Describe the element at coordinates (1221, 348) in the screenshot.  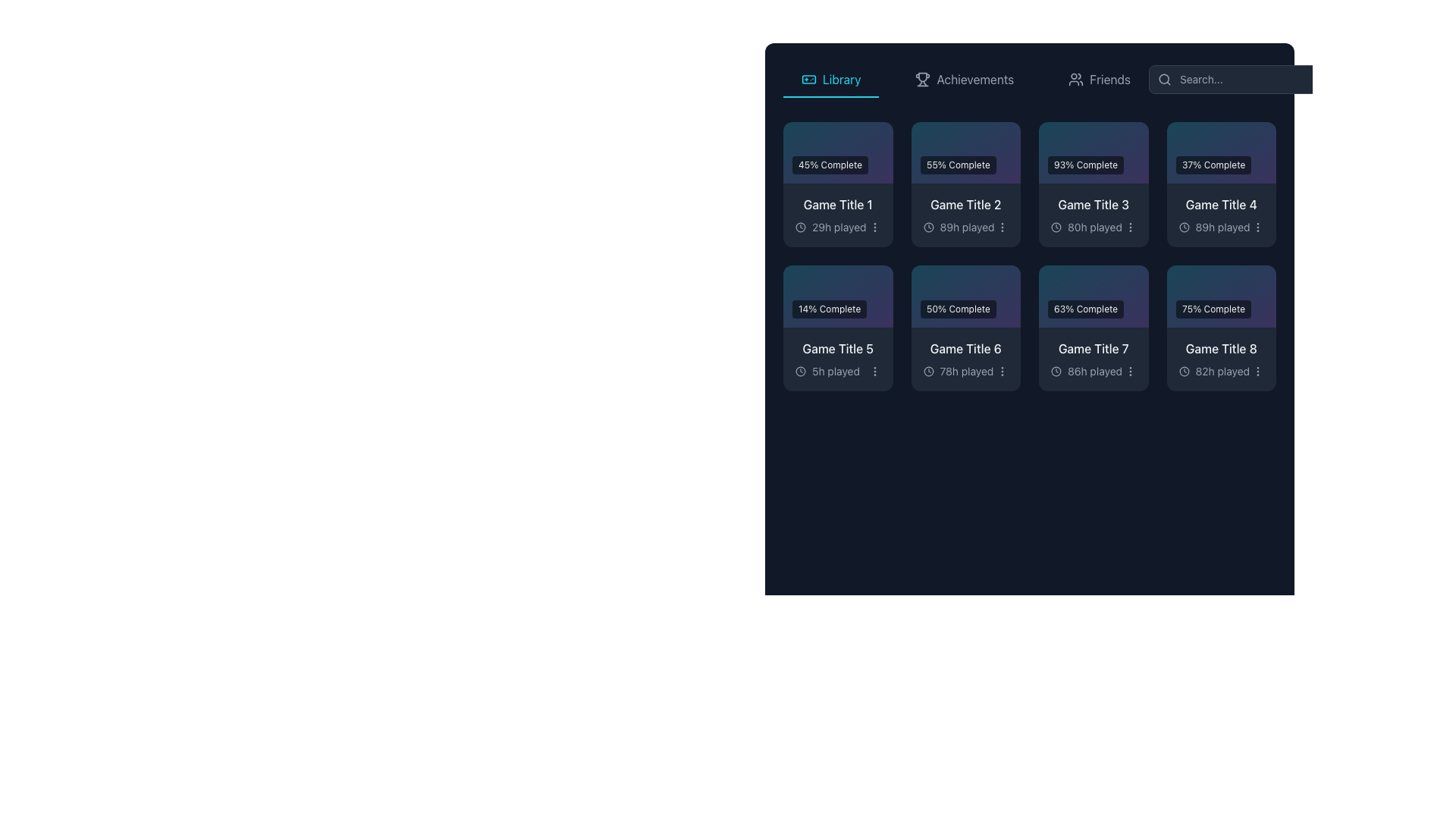
I see `the static text label displaying 'Game Title 8', which is styled with a medium-weight font and located in the last card of the rightmost column in a grid layout` at that location.